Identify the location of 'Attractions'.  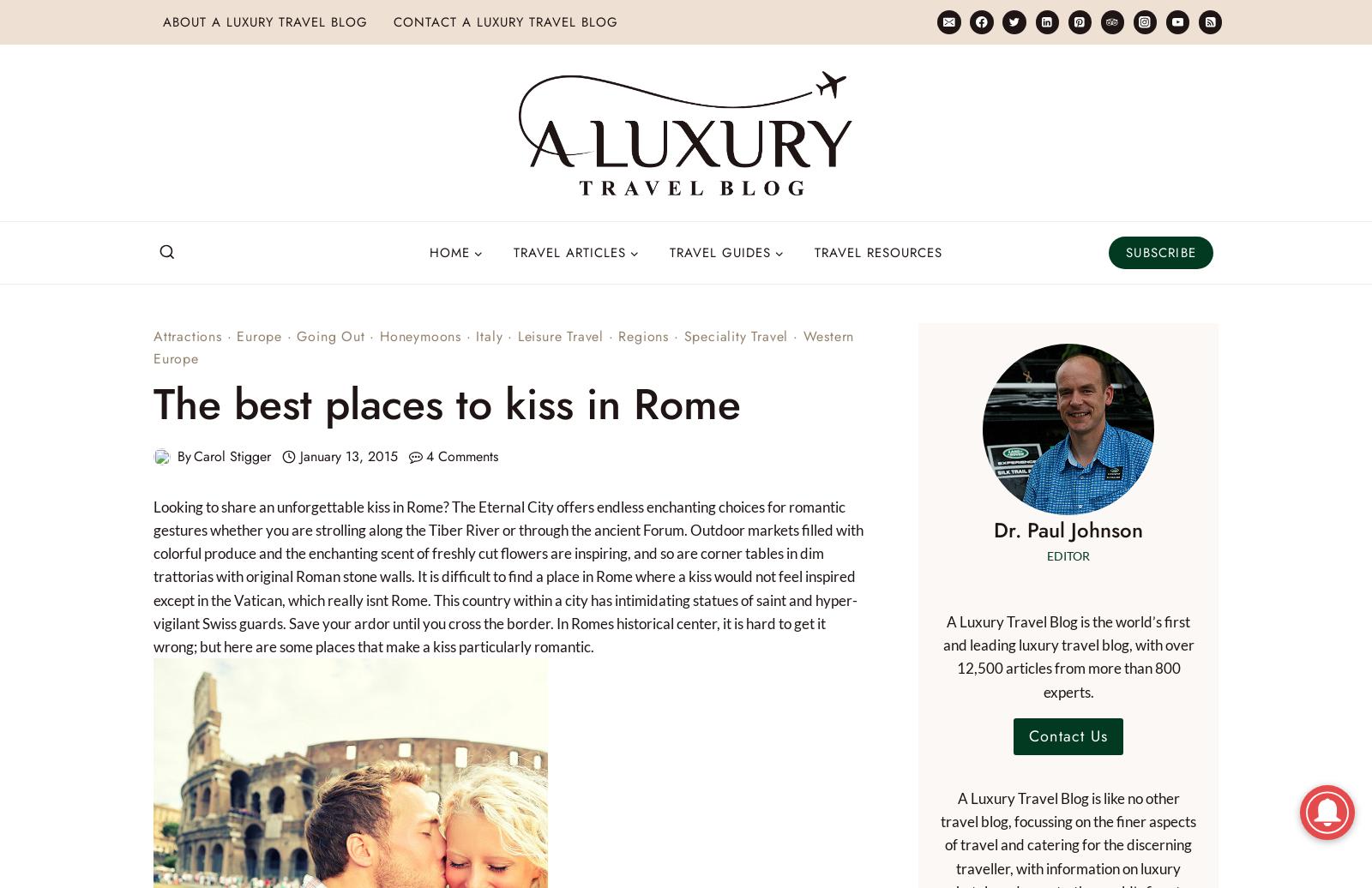
(153, 336).